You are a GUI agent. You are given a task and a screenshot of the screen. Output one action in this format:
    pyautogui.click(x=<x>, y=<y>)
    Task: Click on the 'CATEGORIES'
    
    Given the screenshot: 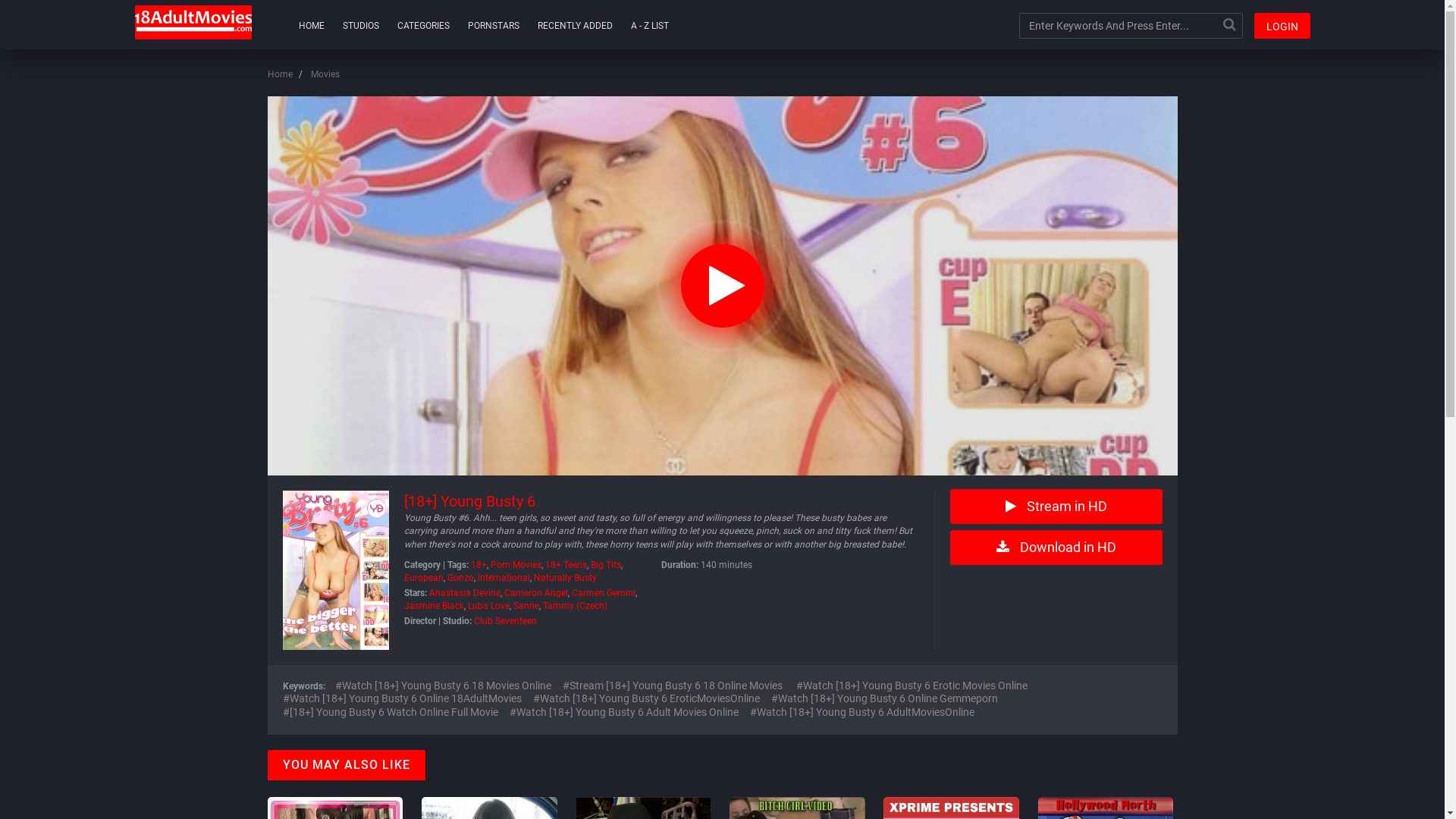 What is the action you would take?
    pyautogui.click(x=422, y=26)
    